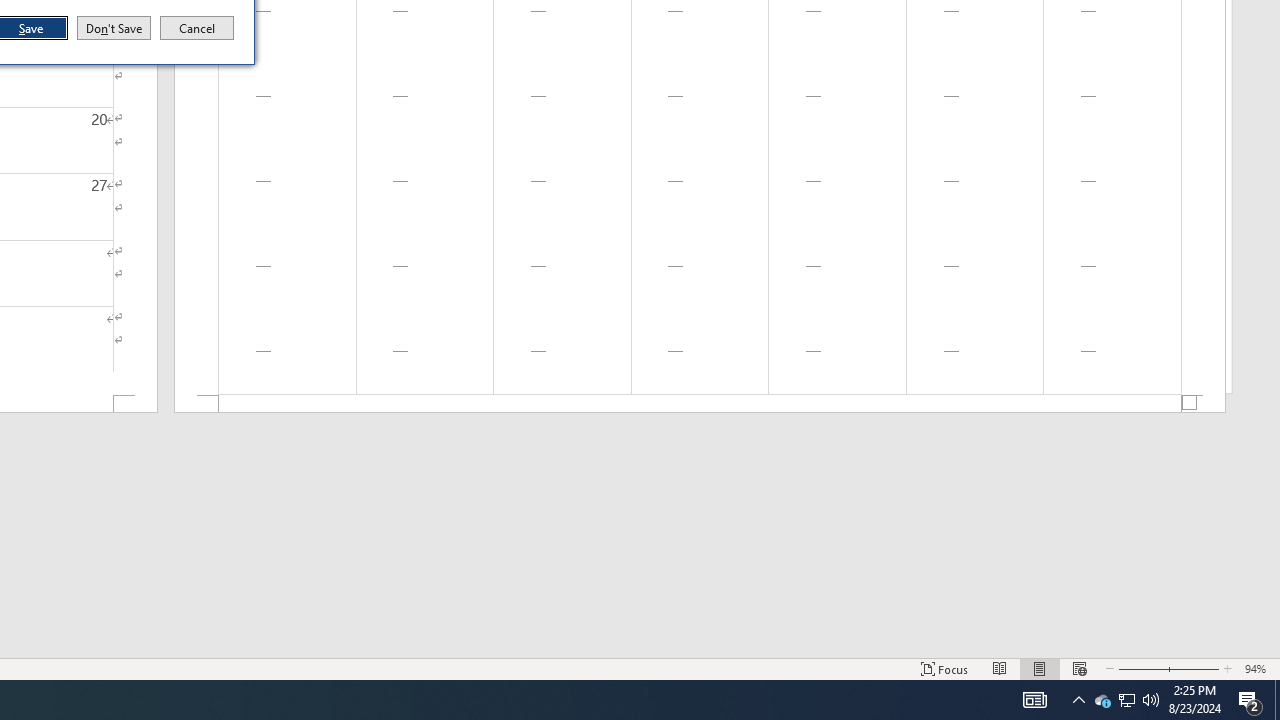  Describe the element at coordinates (1250, 698) in the screenshot. I see `'Action Center, 2 new notifications'` at that location.